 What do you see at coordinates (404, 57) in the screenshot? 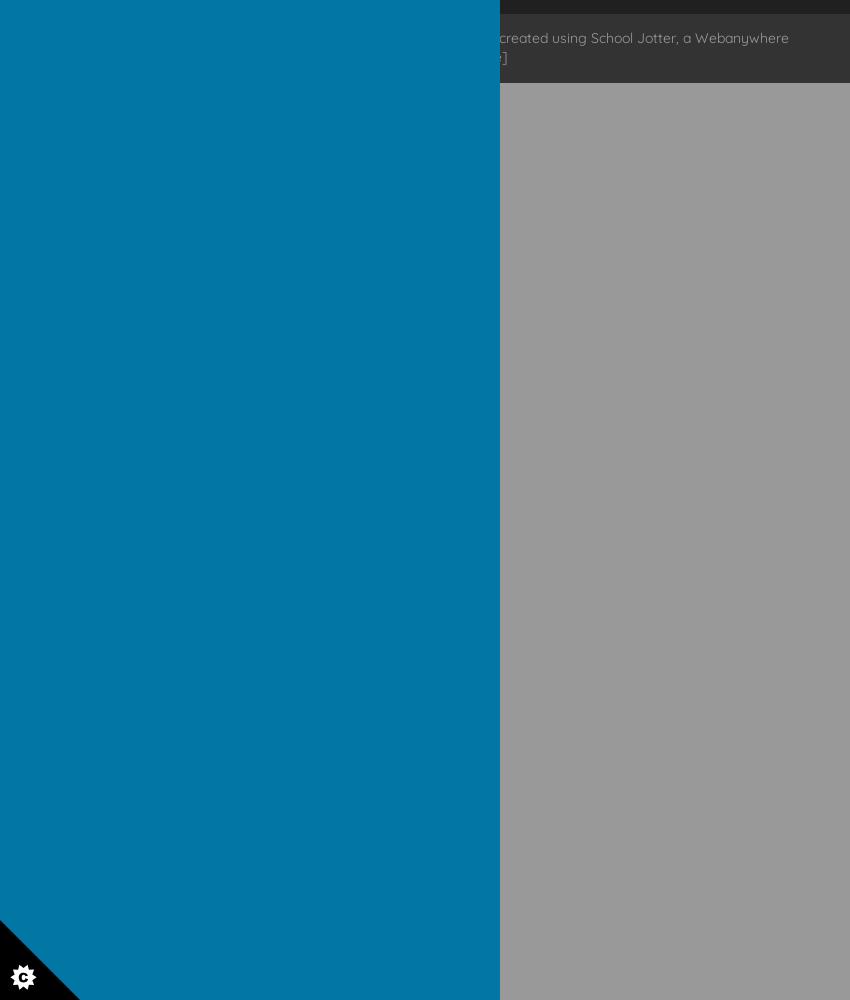
I see `'Administer Site'` at bounding box center [404, 57].